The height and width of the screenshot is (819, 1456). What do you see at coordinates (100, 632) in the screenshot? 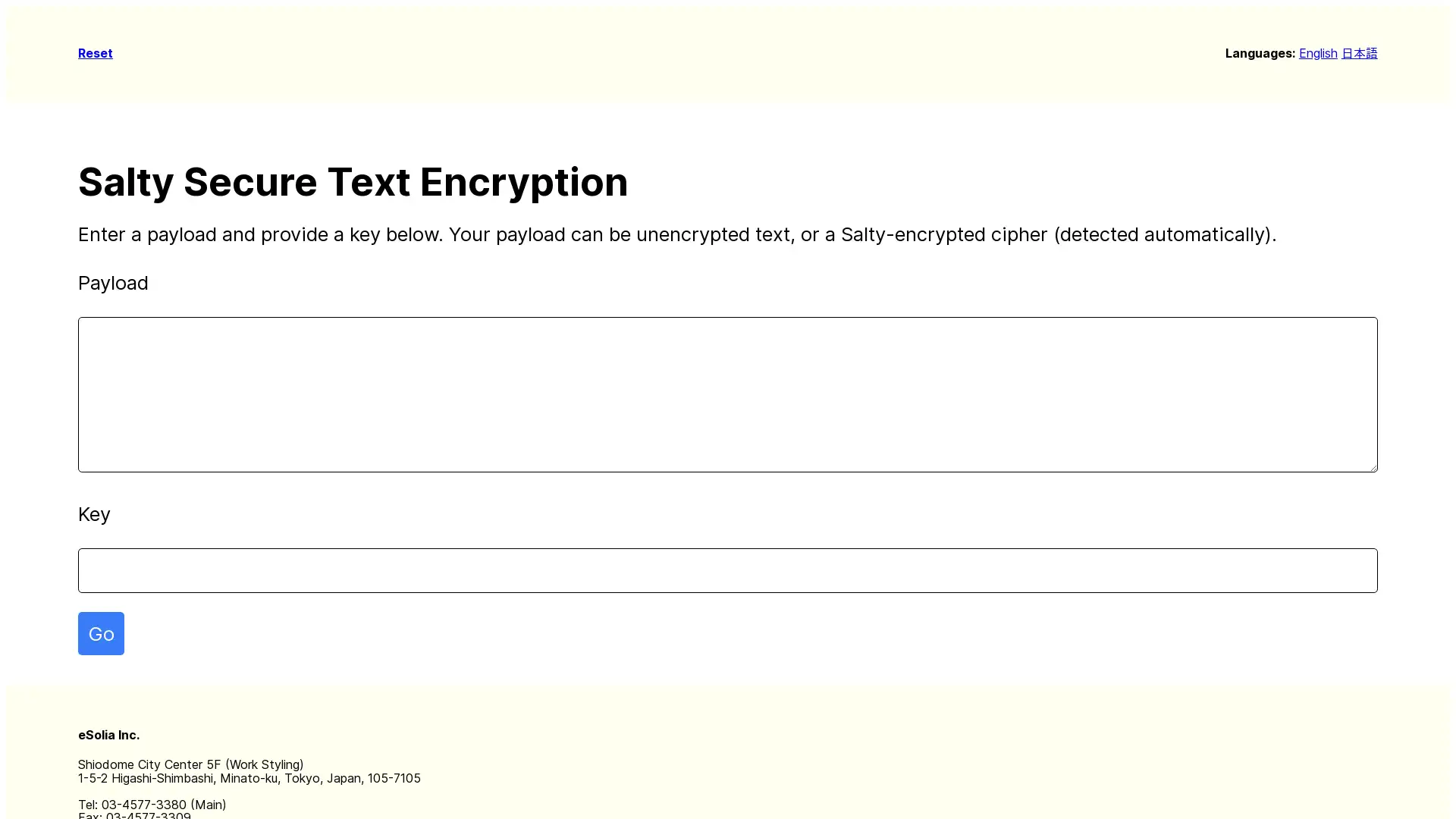
I see `Go` at bounding box center [100, 632].